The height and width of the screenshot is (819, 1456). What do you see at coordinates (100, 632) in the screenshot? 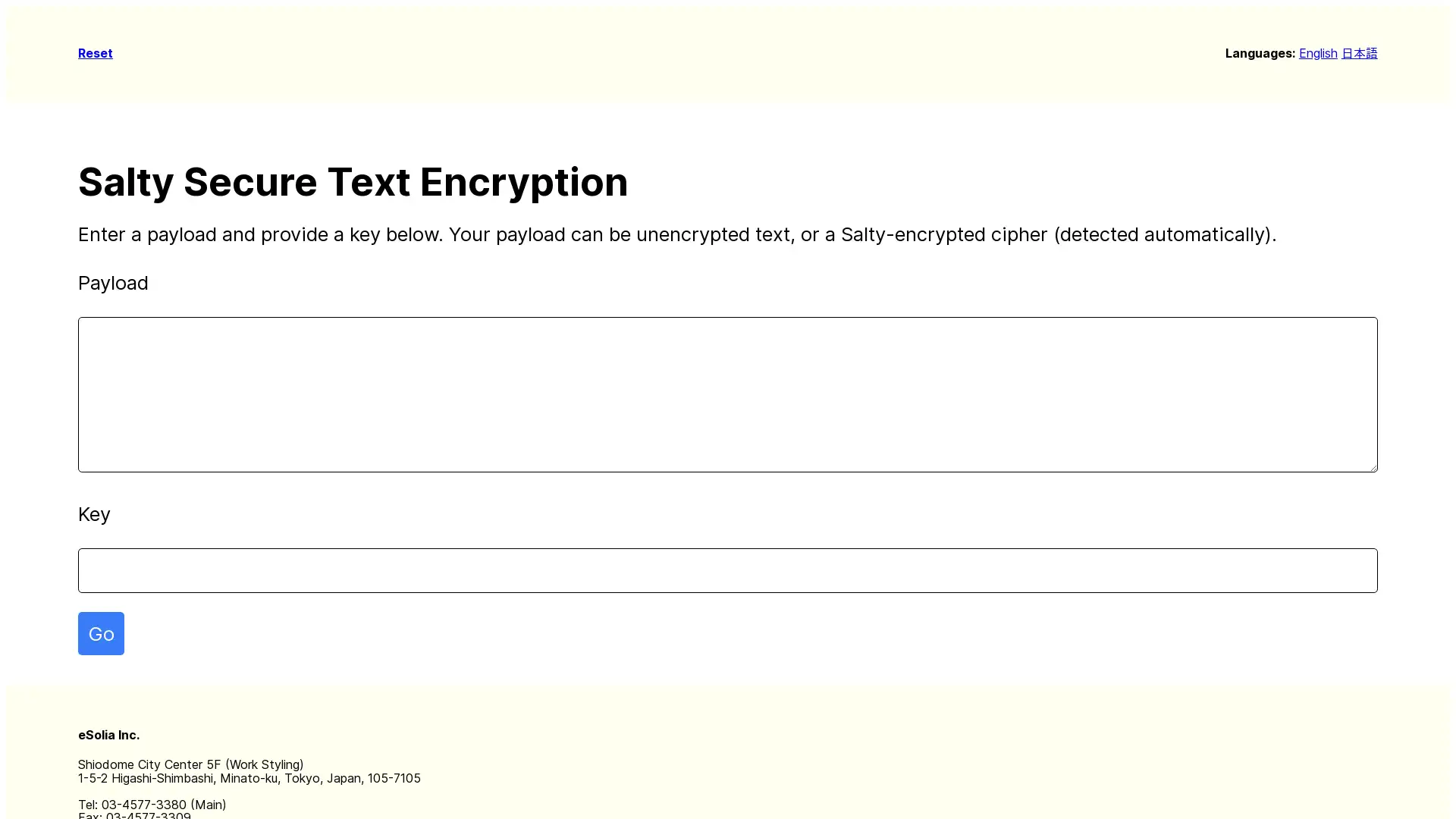
I see `Go` at bounding box center [100, 632].